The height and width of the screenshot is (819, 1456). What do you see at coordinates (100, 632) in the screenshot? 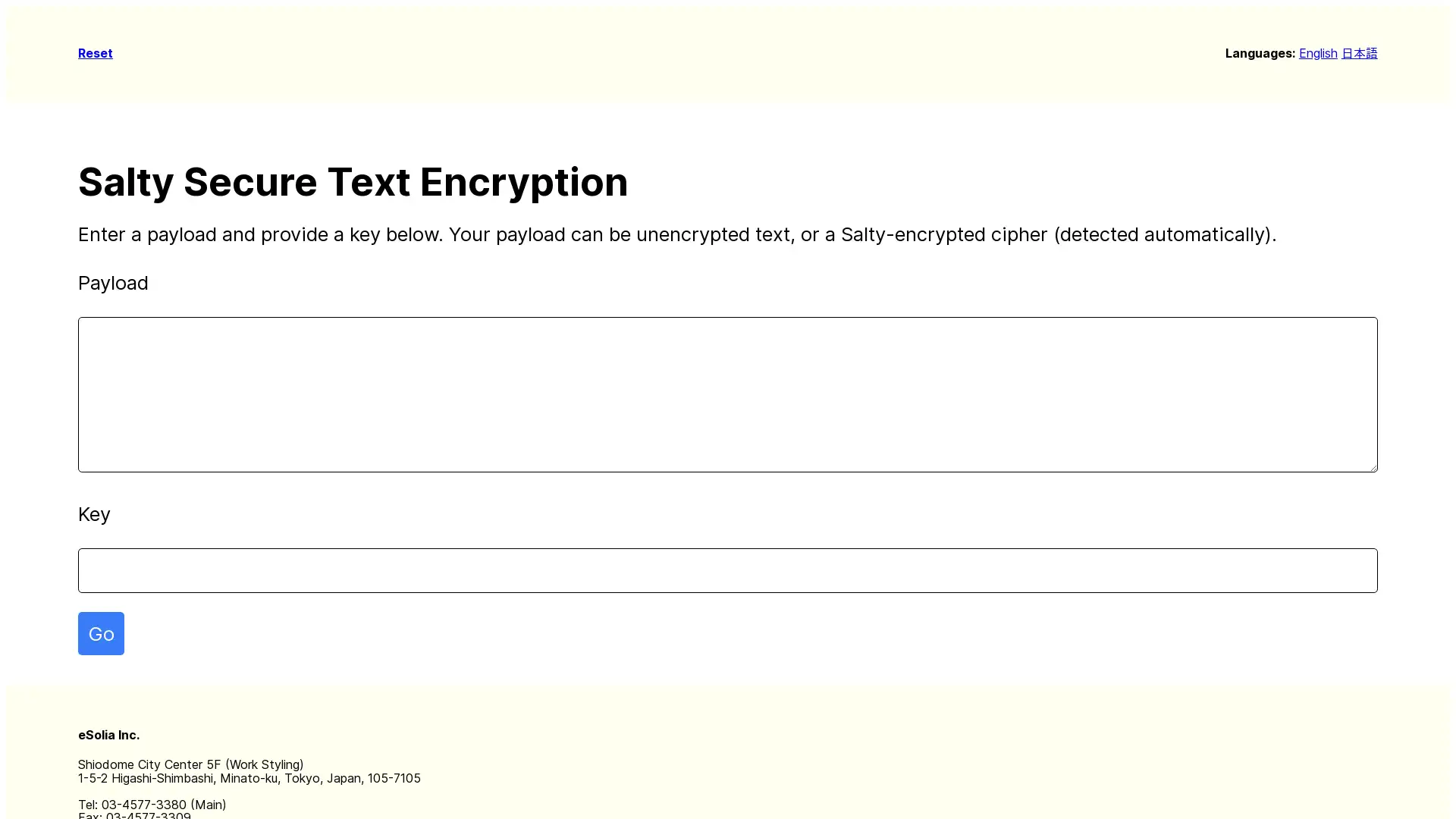
I see `Go` at bounding box center [100, 632].